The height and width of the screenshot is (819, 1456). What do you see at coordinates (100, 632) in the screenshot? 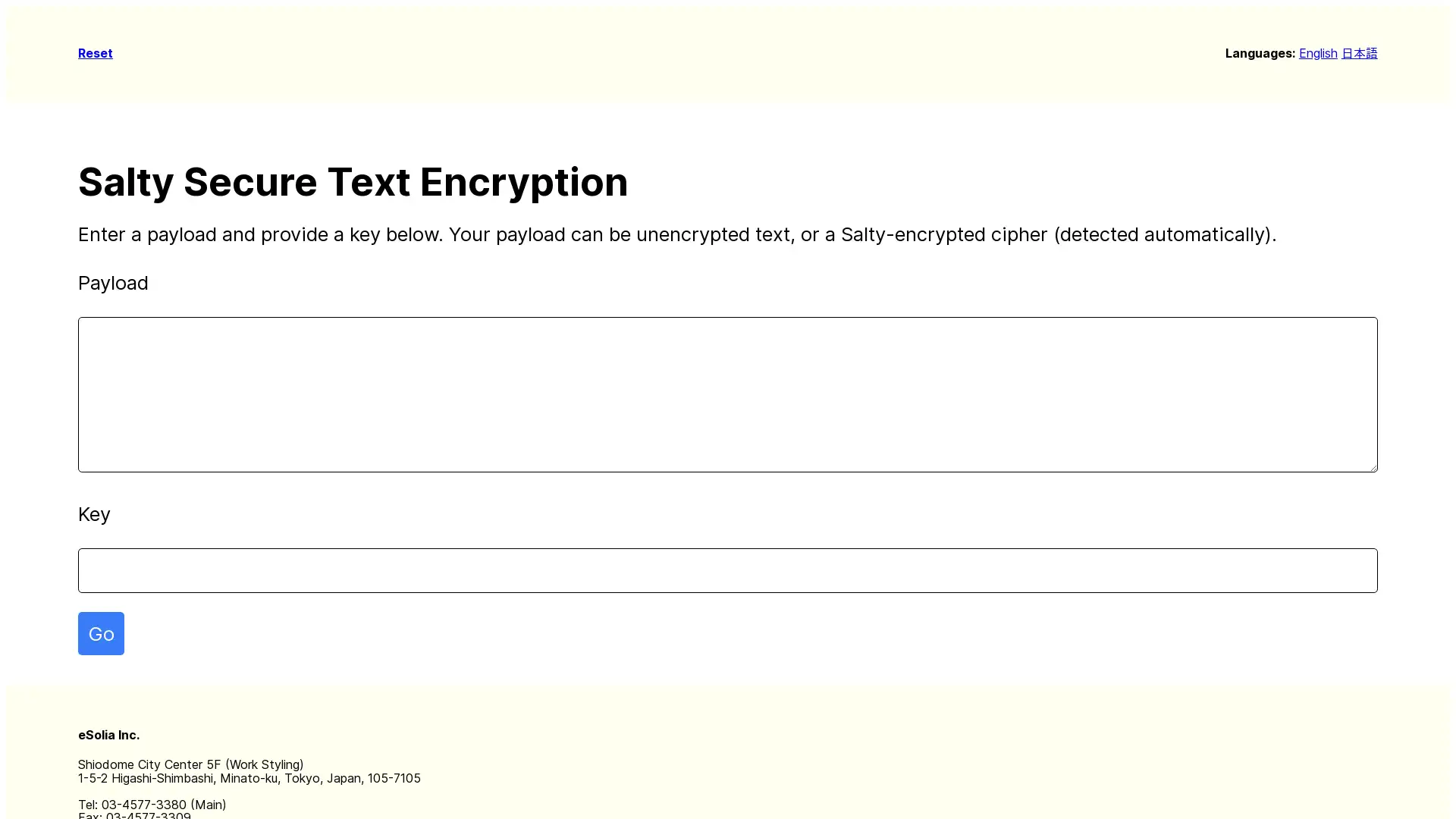
I see `Go` at bounding box center [100, 632].